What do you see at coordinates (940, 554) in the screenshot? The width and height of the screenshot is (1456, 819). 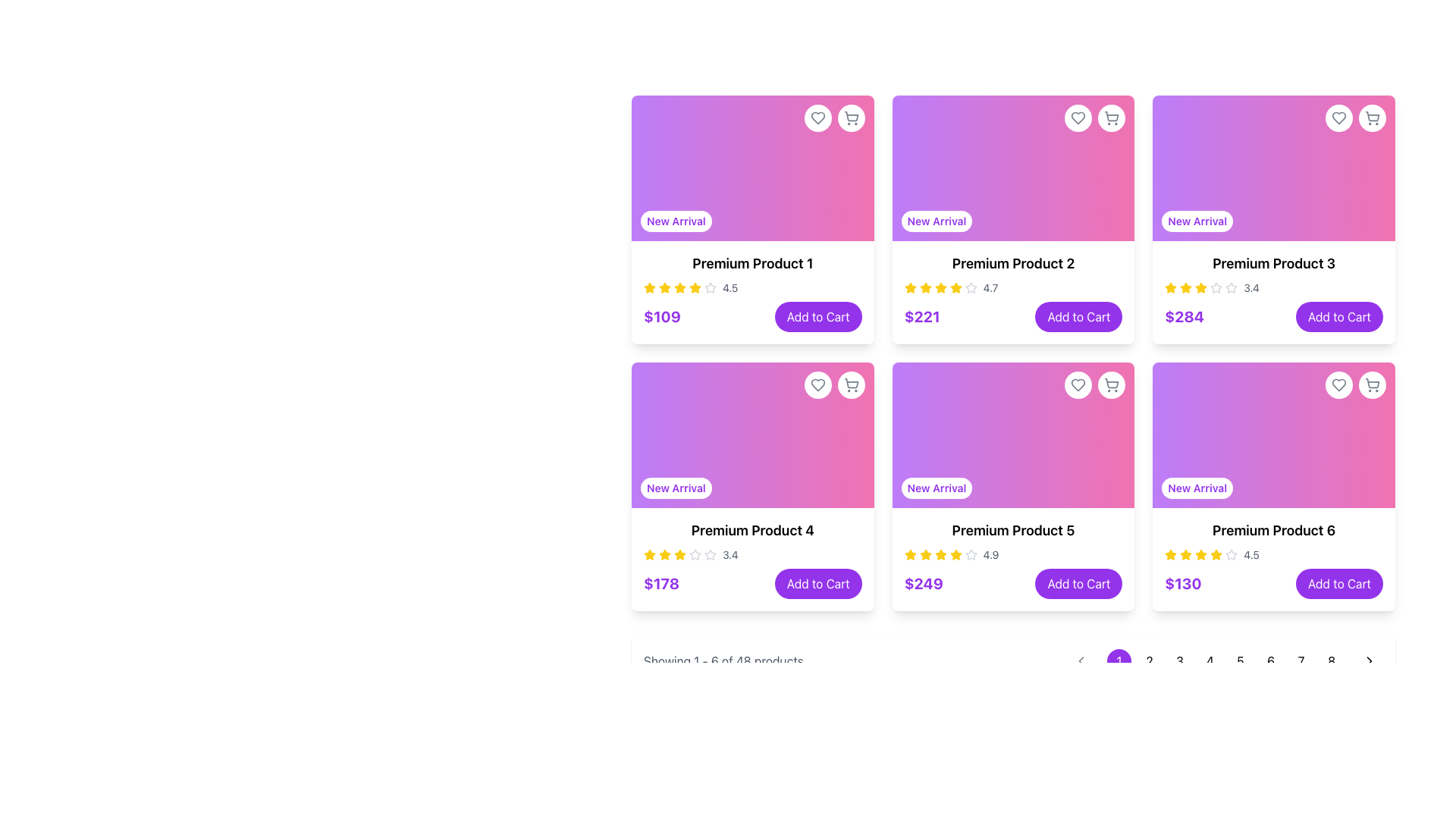 I see `the fifth yellow star-shaped rating icon located in the Premium Product 5 card, positioned below the product title and near the numerical rating value (4.9)` at bounding box center [940, 554].